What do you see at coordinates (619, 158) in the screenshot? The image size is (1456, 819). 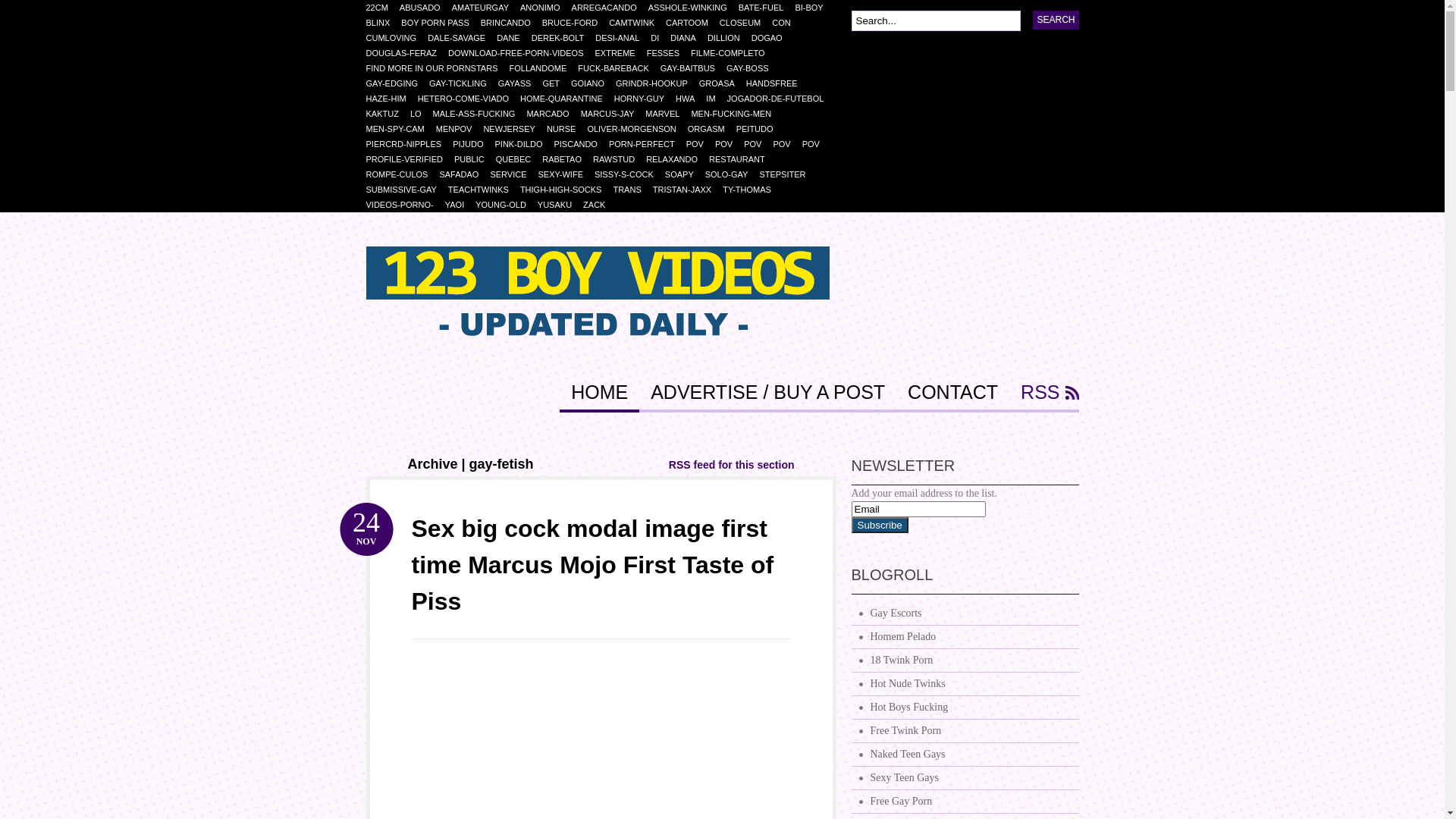 I see `'RAWSTUD'` at bounding box center [619, 158].